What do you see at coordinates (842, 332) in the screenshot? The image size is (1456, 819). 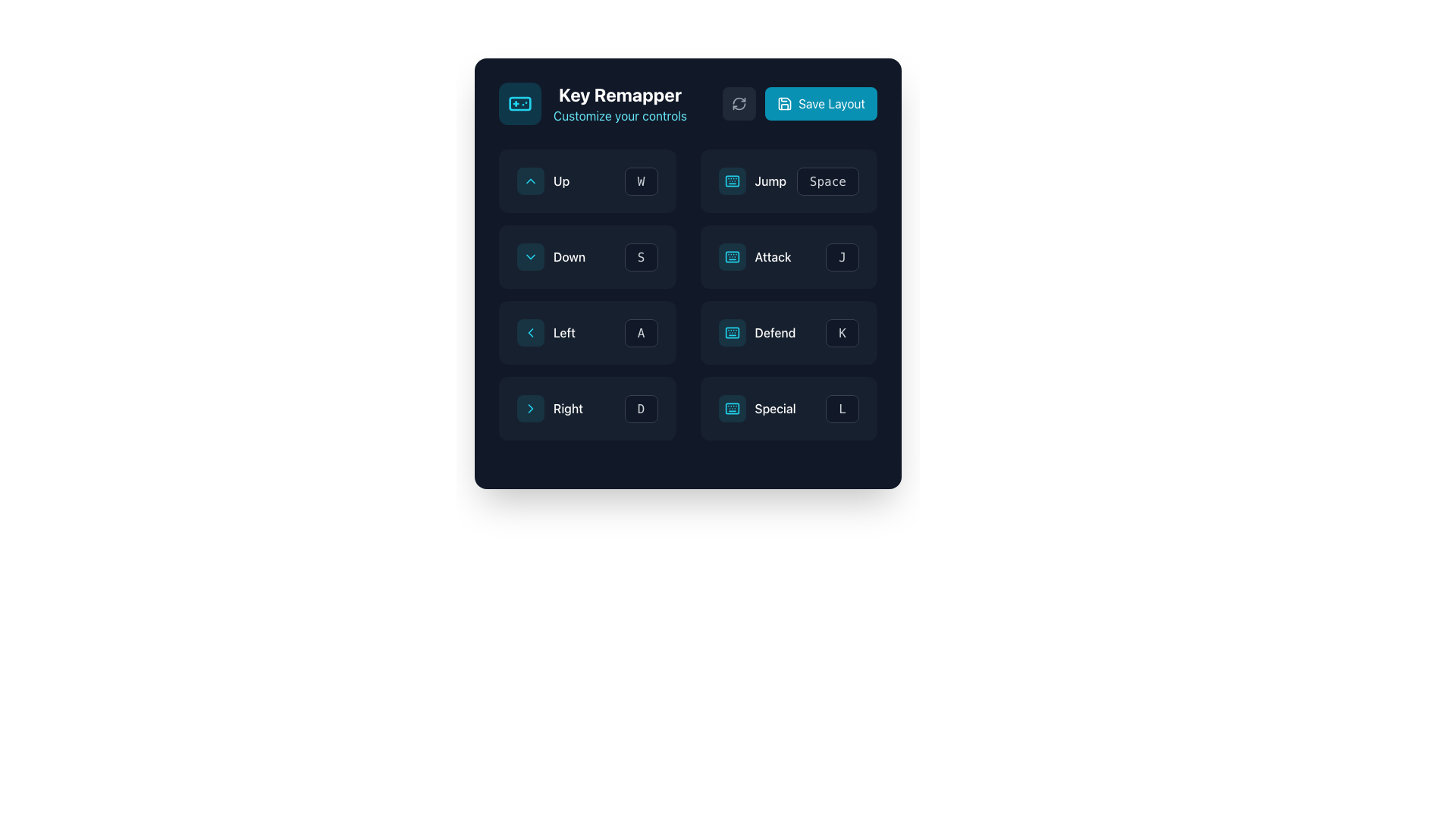 I see `the button with the letter 'K', which is the fourth button in the grid layout's last row` at bounding box center [842, 332].